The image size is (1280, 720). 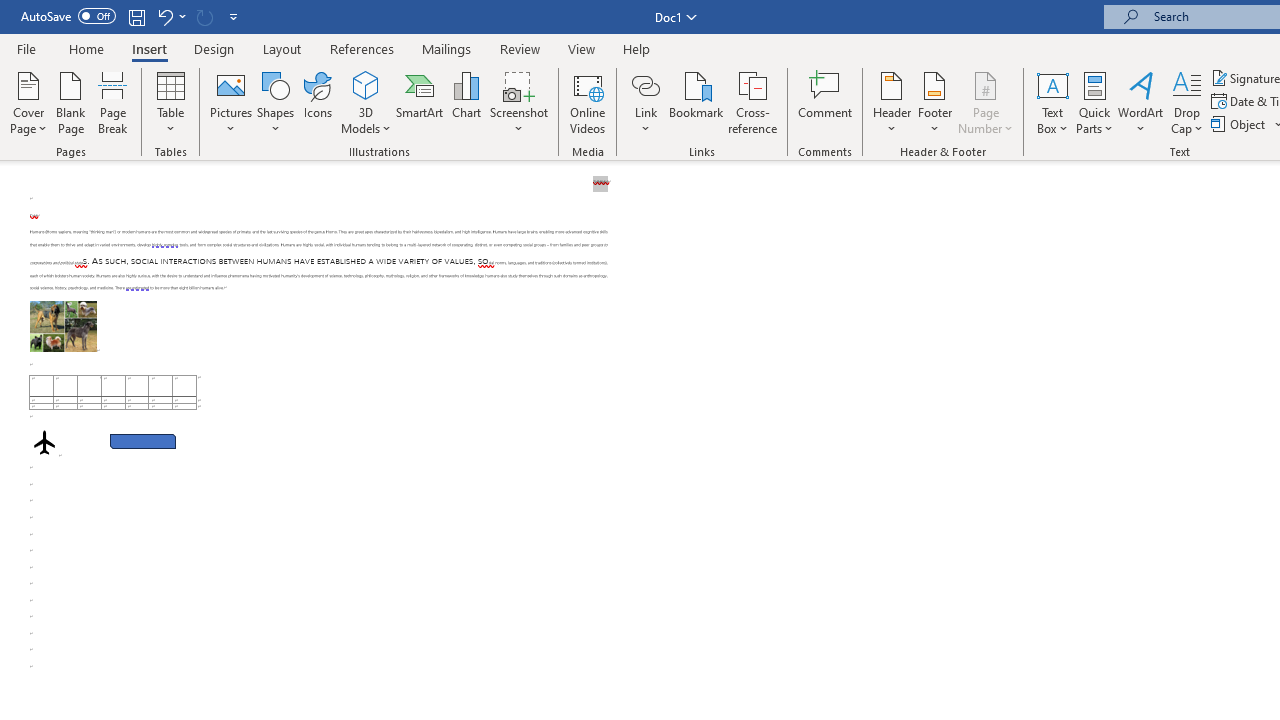 I want to click on 'Comment', so click(x=825, y=103).